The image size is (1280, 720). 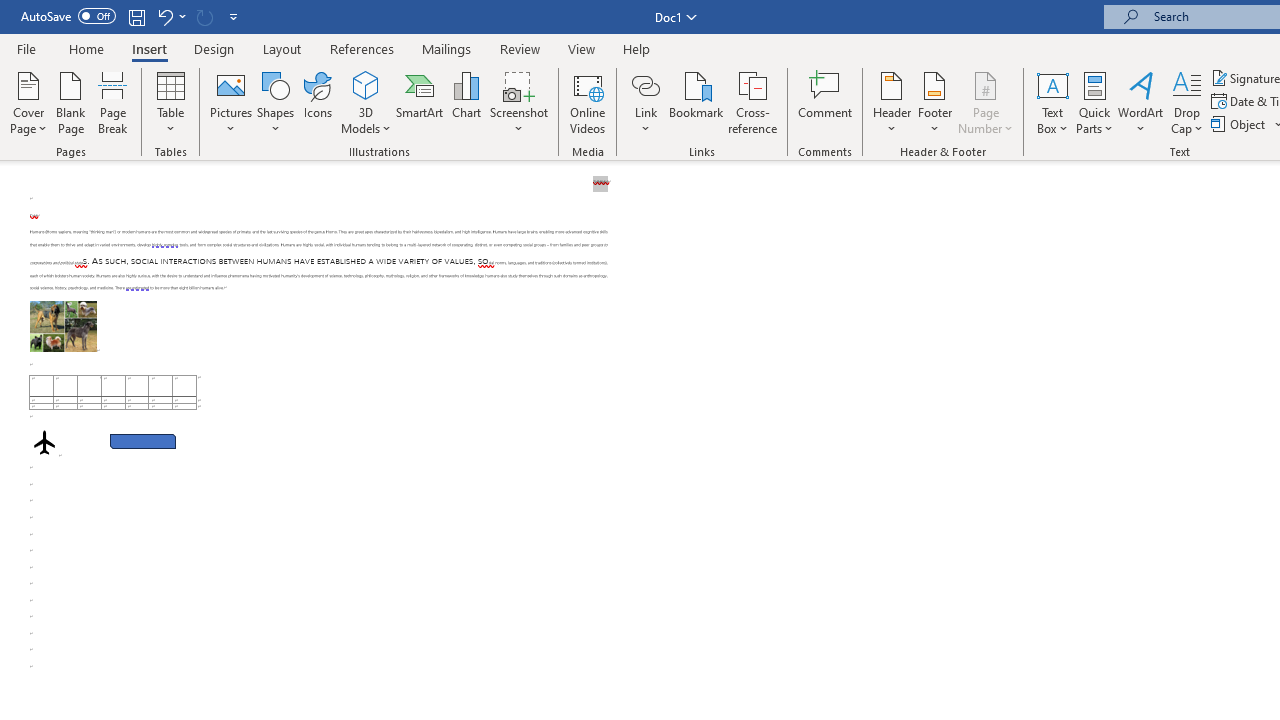 I want to click on 'Comment', so click(x=825, y=103).